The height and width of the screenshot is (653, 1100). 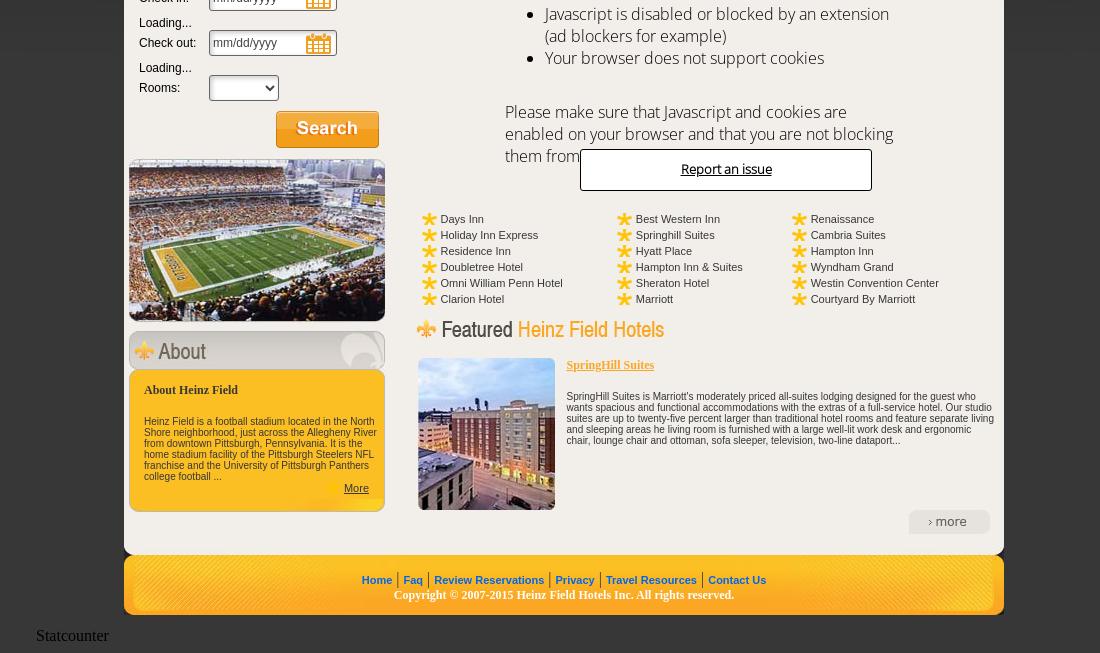 I want to click on 'Home', so click(x=376, y=579).